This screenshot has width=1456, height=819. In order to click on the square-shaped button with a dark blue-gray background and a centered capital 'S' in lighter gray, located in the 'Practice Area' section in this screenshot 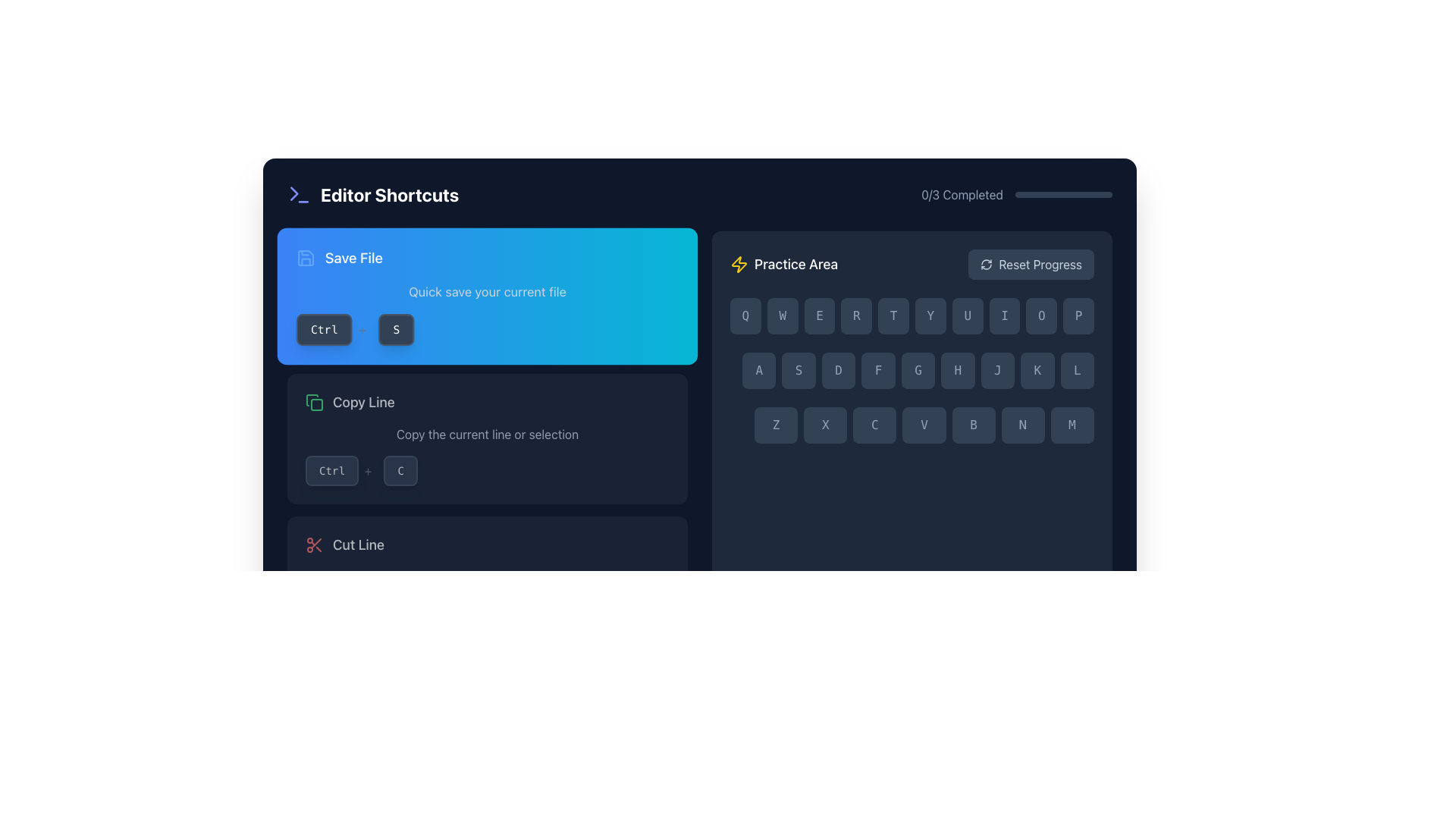, I will do `click(798, 371)`.